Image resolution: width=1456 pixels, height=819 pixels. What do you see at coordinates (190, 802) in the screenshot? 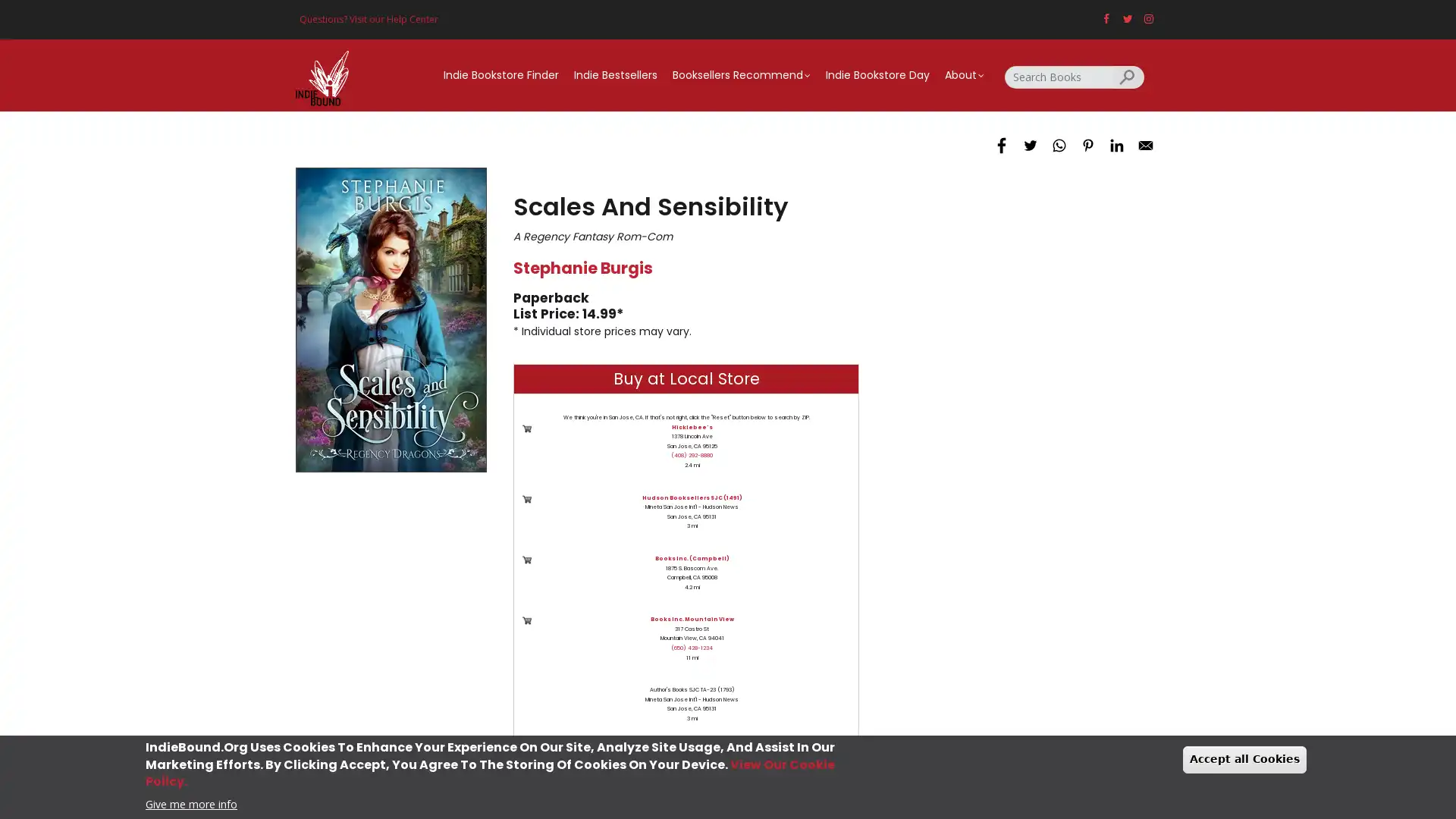
I see `Give me more info` at bounding box center [190, 802].